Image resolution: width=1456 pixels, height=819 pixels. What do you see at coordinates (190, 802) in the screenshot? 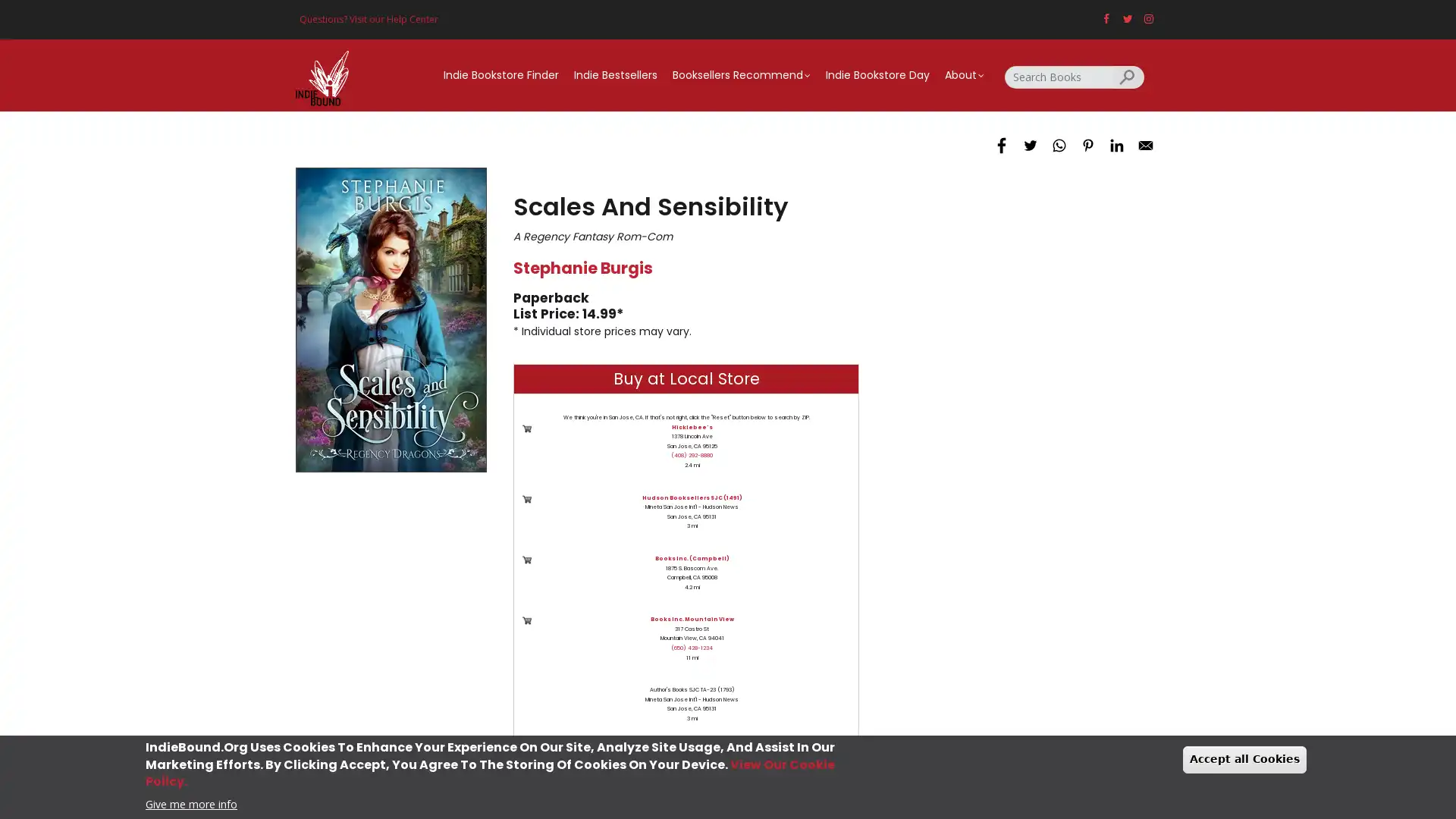
I see `Give me more info` at bounding box center [190, 802].